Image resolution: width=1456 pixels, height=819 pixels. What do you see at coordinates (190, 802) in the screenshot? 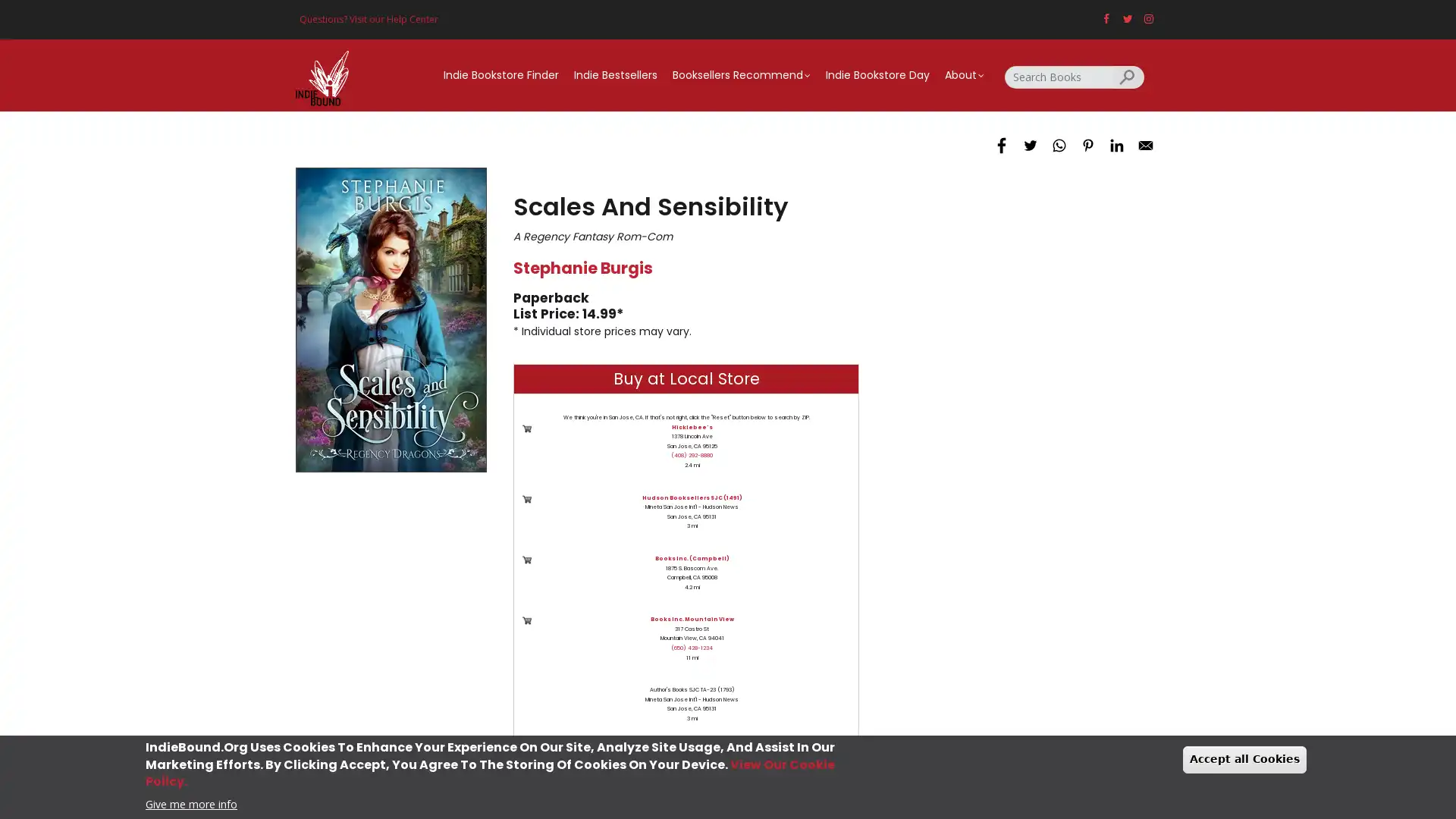
I see `Give me more info` at bounding box center [190, 802].